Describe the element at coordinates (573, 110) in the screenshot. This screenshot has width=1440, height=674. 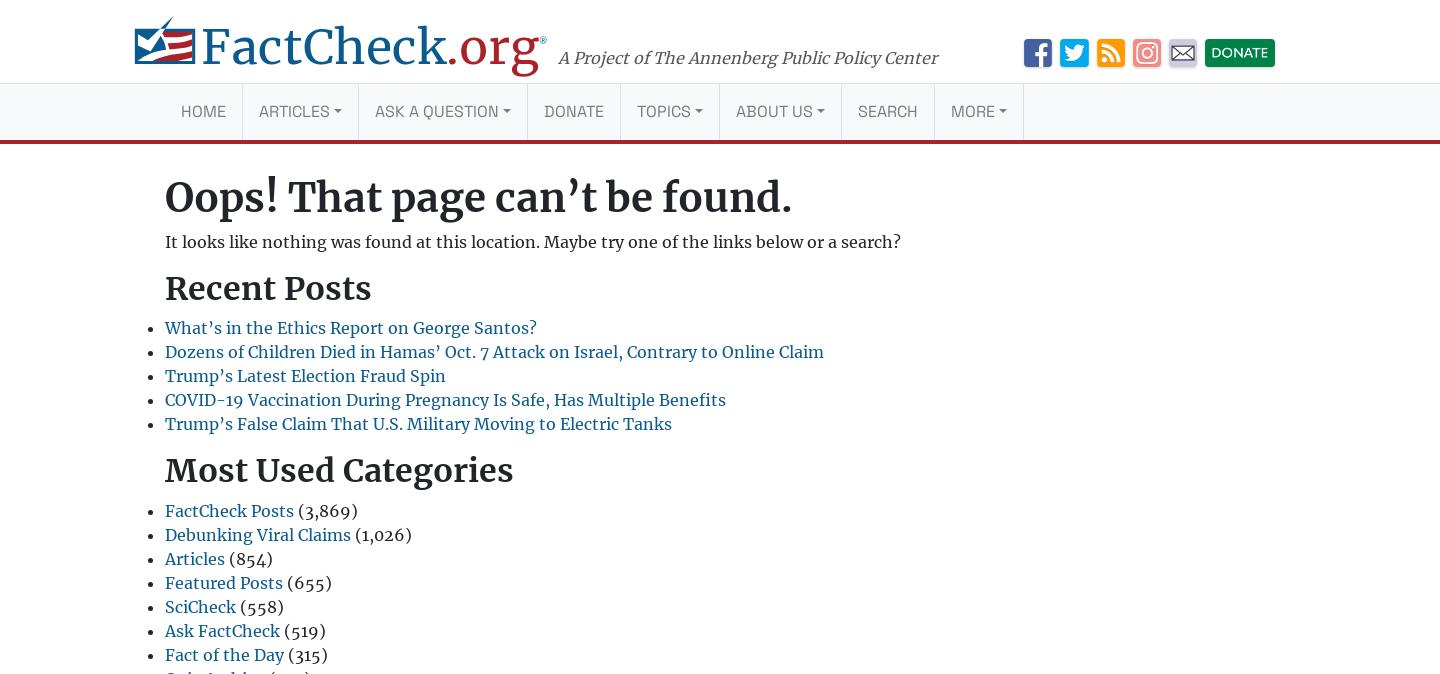
I see `'Donate'` at that location.